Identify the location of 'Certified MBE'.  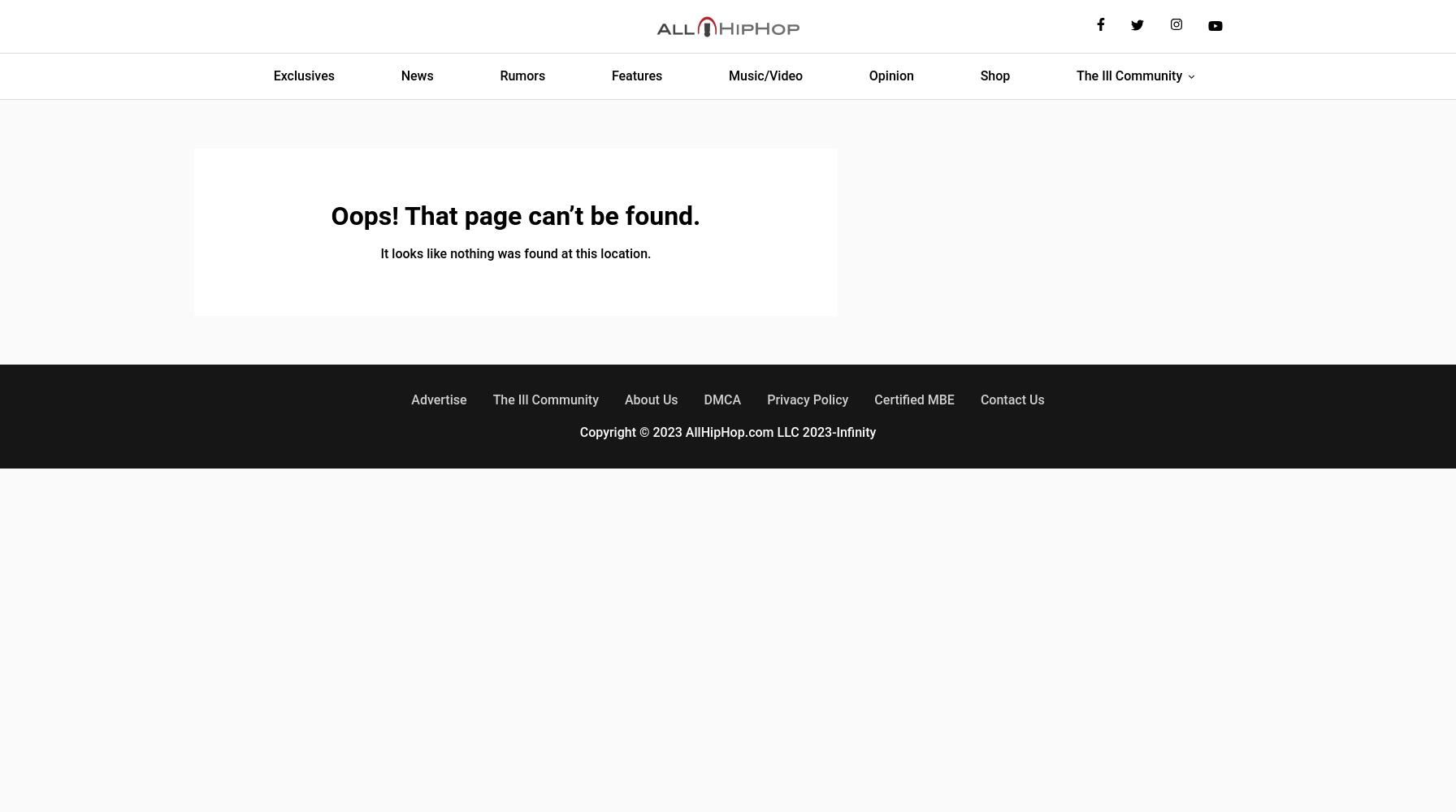
(914, 399).